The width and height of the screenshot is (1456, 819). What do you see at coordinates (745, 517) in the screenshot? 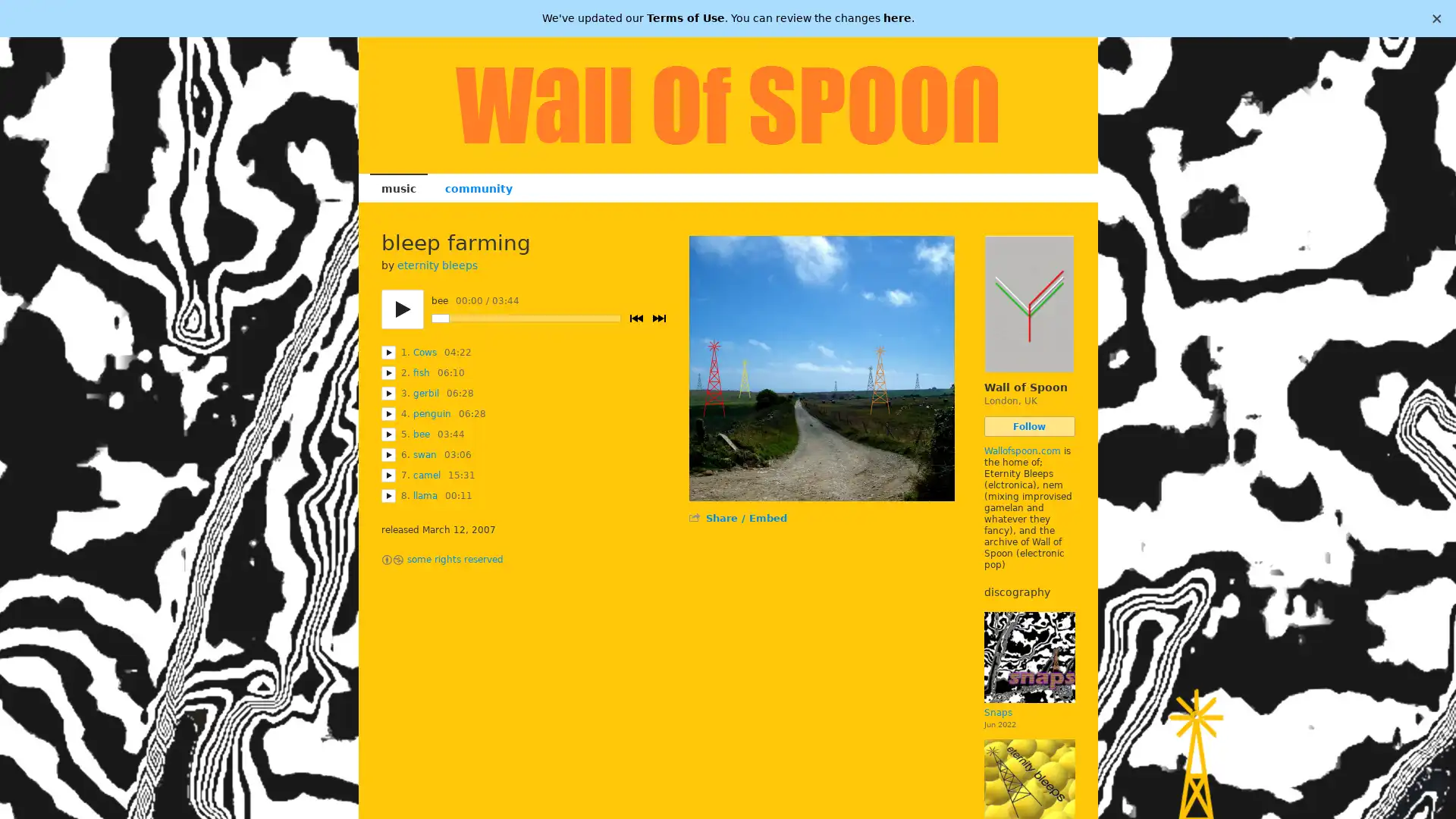
I see `Share / Embed` at bounding box center [745, 517].